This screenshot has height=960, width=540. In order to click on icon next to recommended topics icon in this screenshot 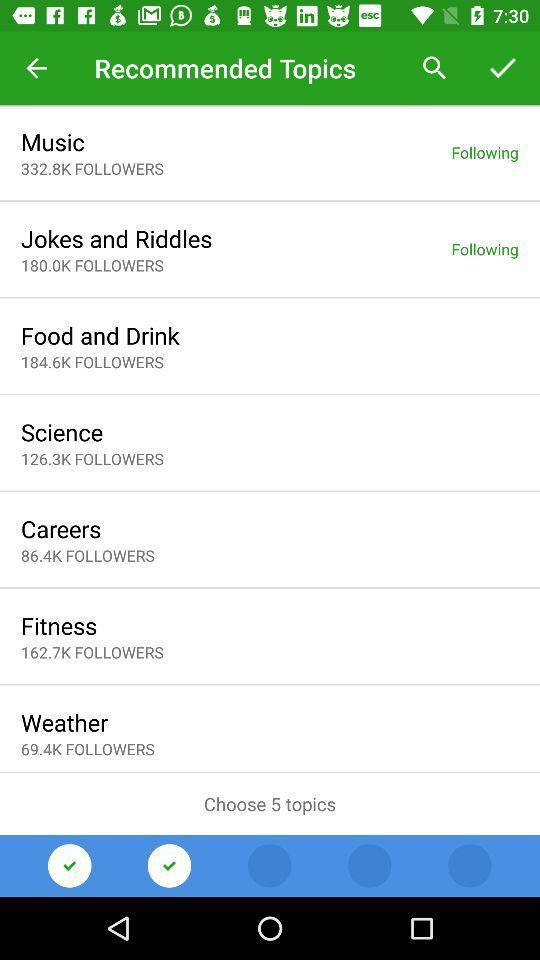, I will do `click(36, 68)`.